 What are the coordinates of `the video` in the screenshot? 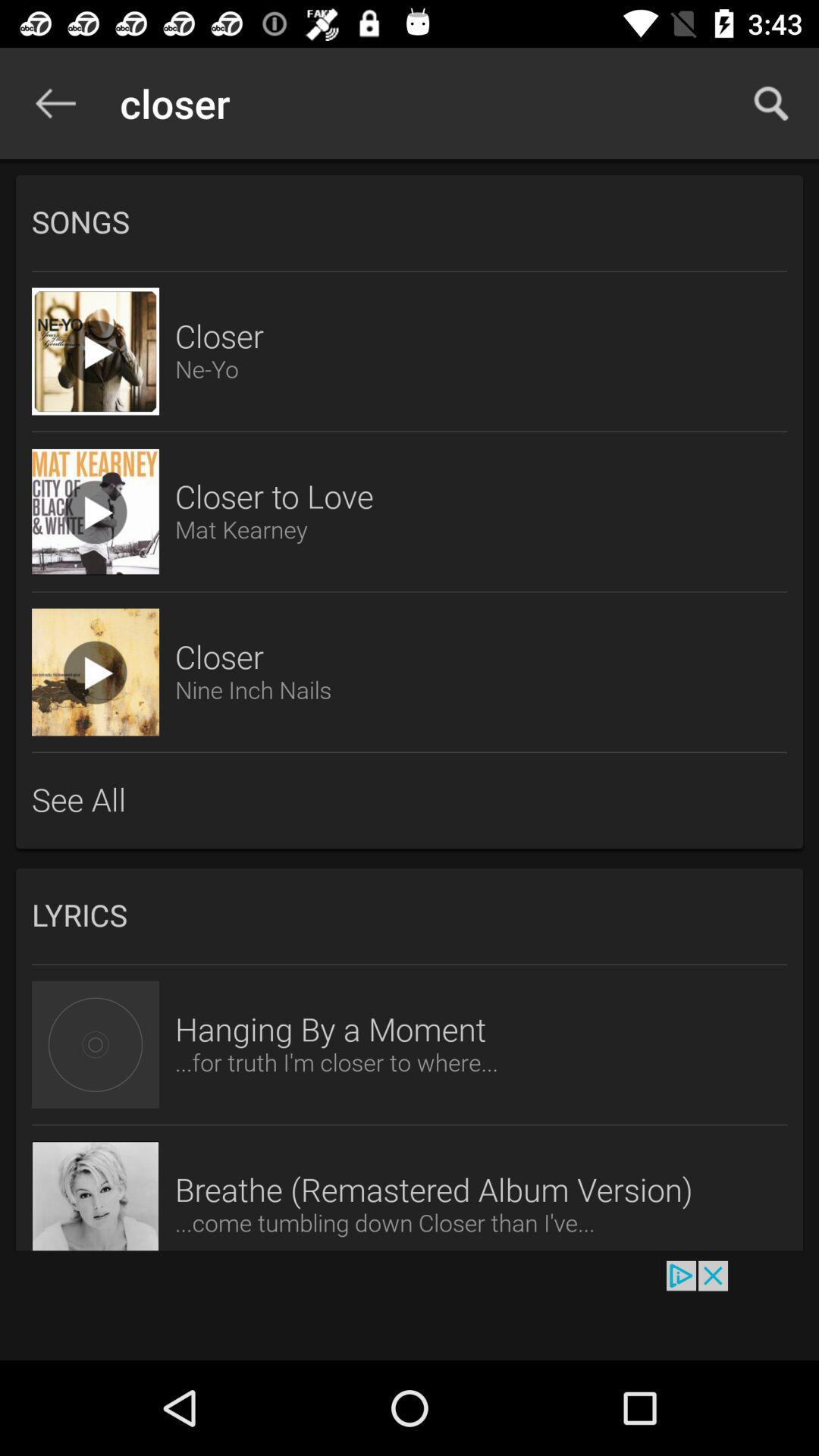 It's located at (96, 671).